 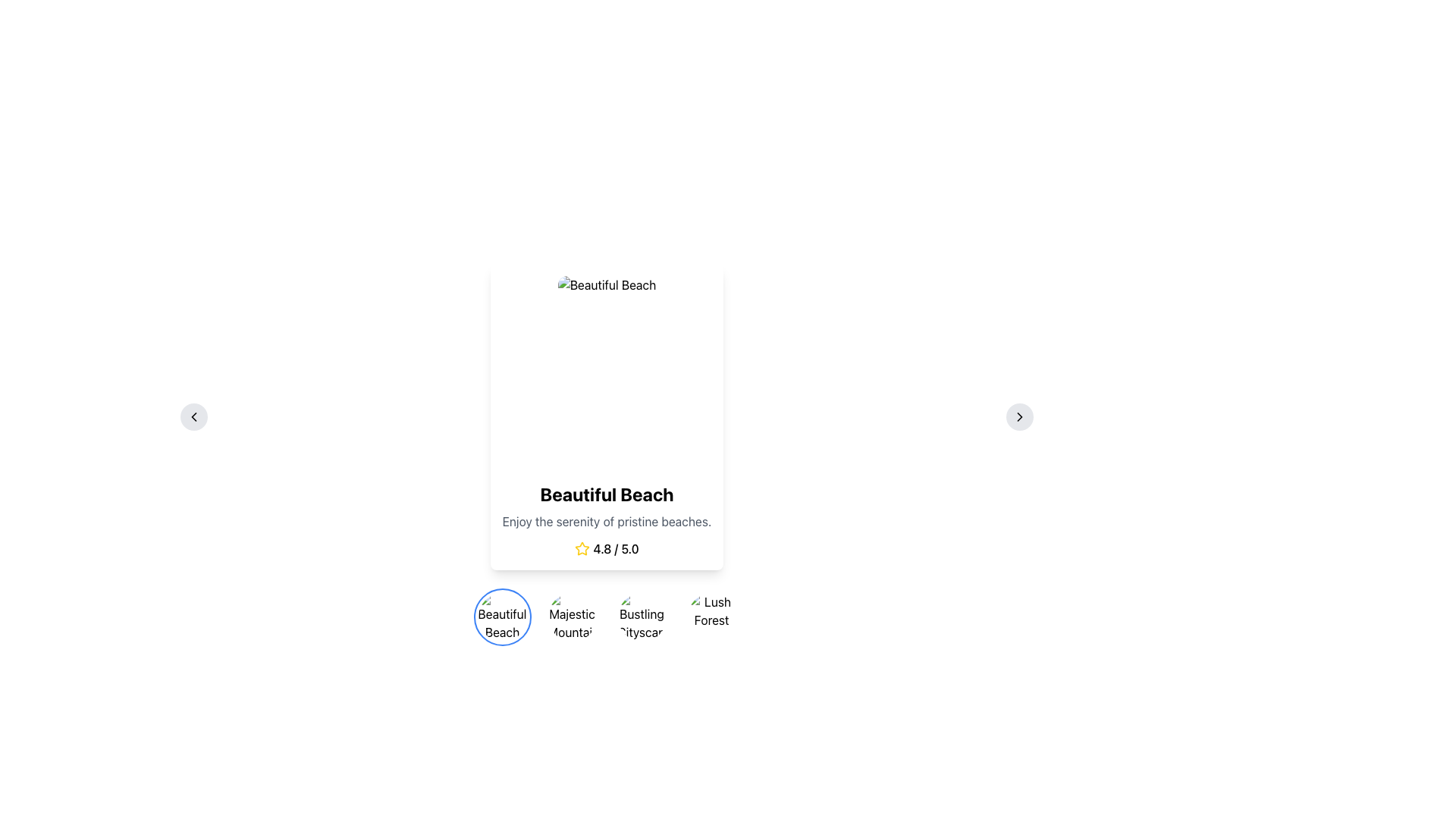 What do you see at coordinates (502, 617) in the screenshot?
I see `the 'Beautiful Beach' thumbnail element` at bounding box center [502, 617].